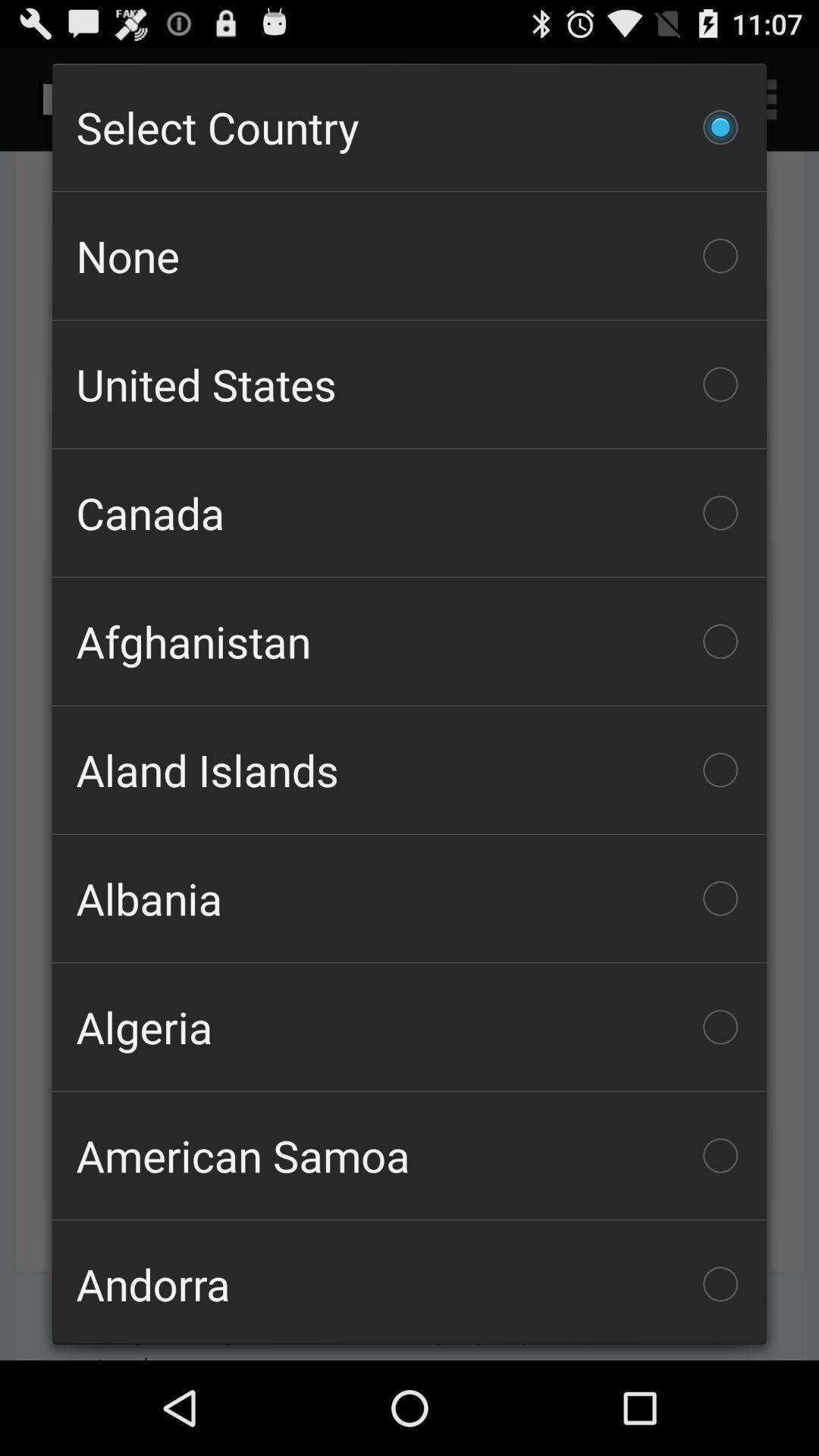  Describe the element at coordinates (409, 1282) in the screenshot. I see `andorra` at that location.